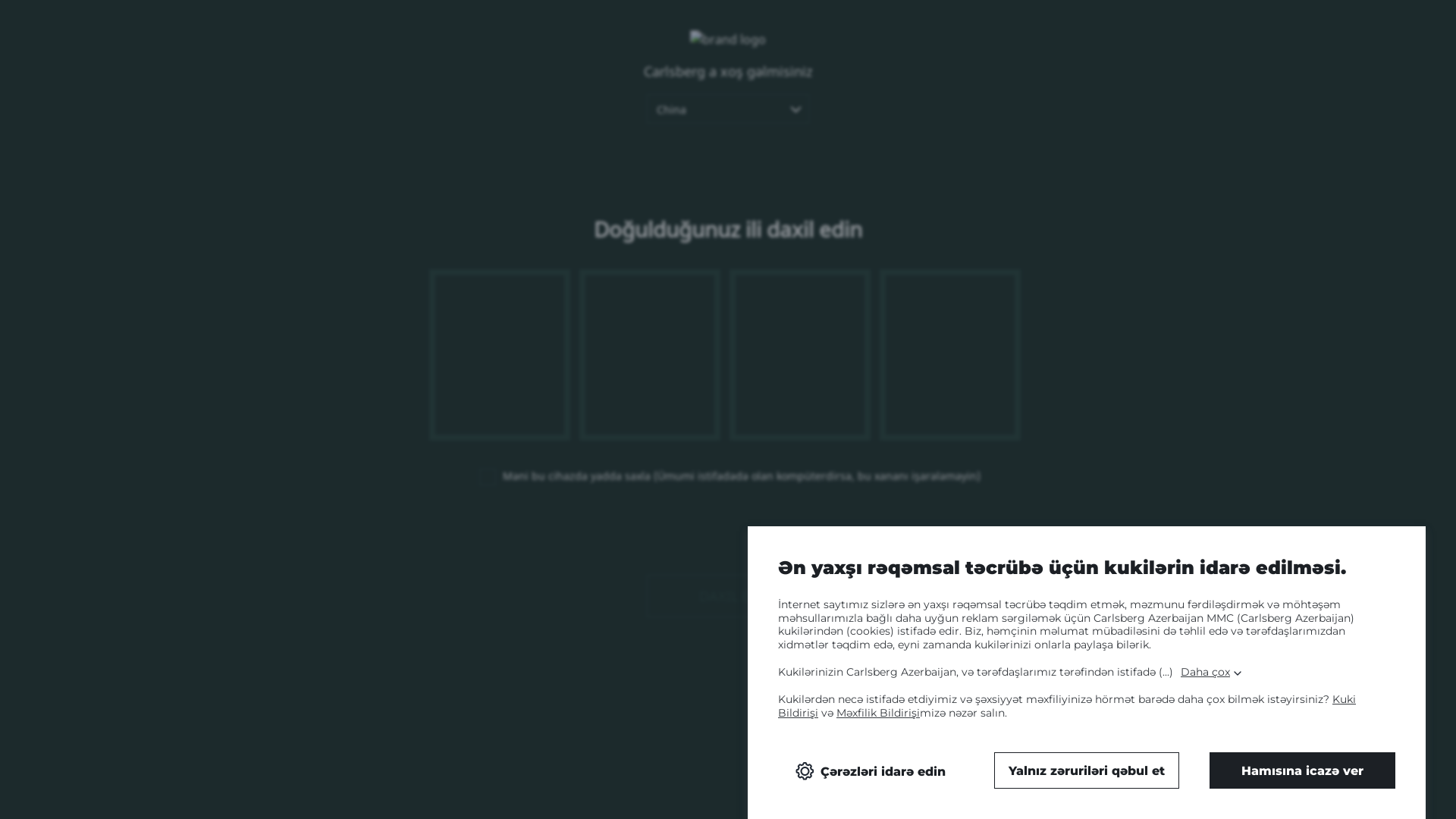  I want to click on 'Carlsberg Azerbaijan', so click(199, 32).